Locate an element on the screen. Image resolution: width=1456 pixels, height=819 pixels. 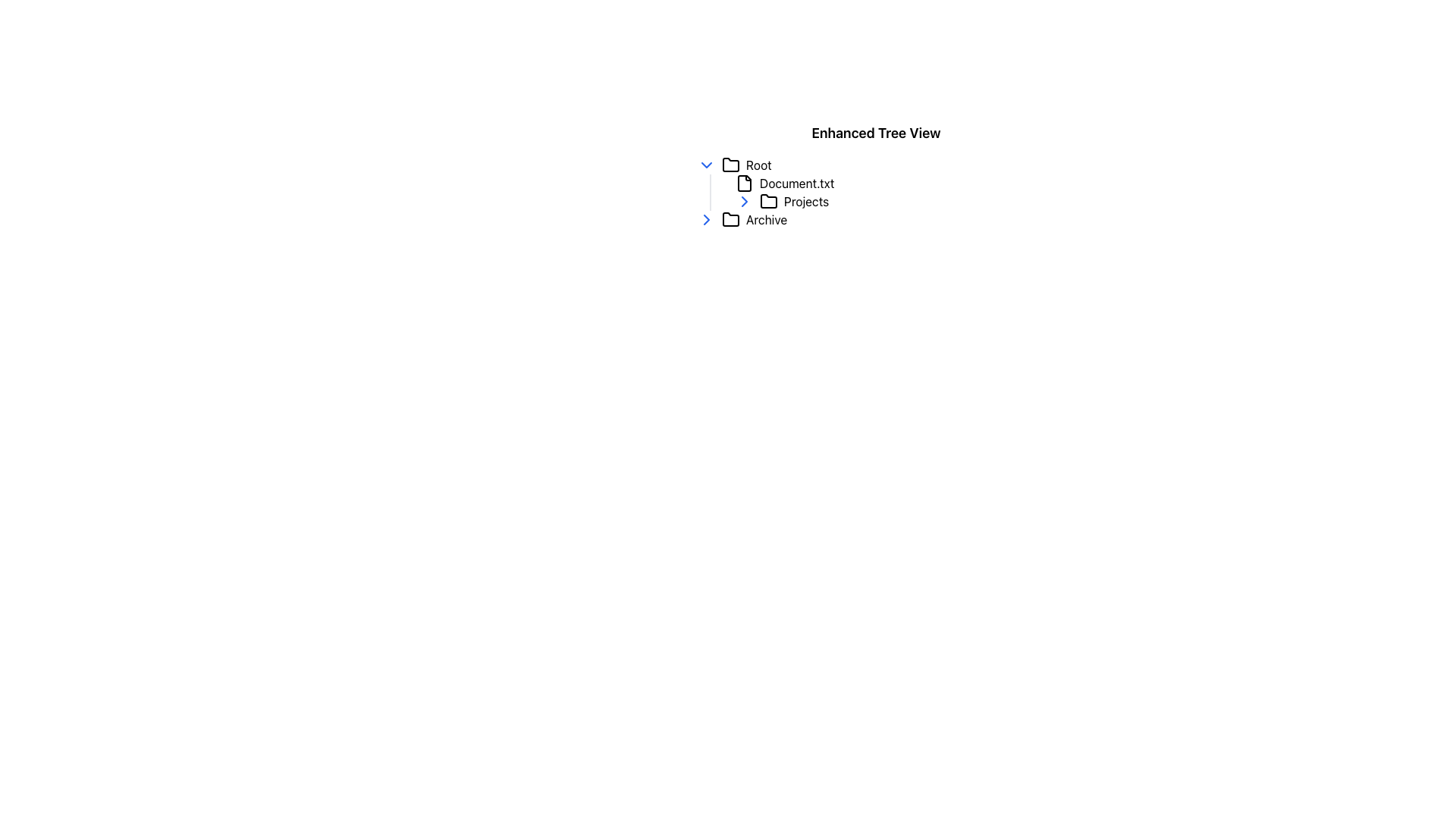
the rightward-pointing blue arrow icon is located at coordinates (745, 201).